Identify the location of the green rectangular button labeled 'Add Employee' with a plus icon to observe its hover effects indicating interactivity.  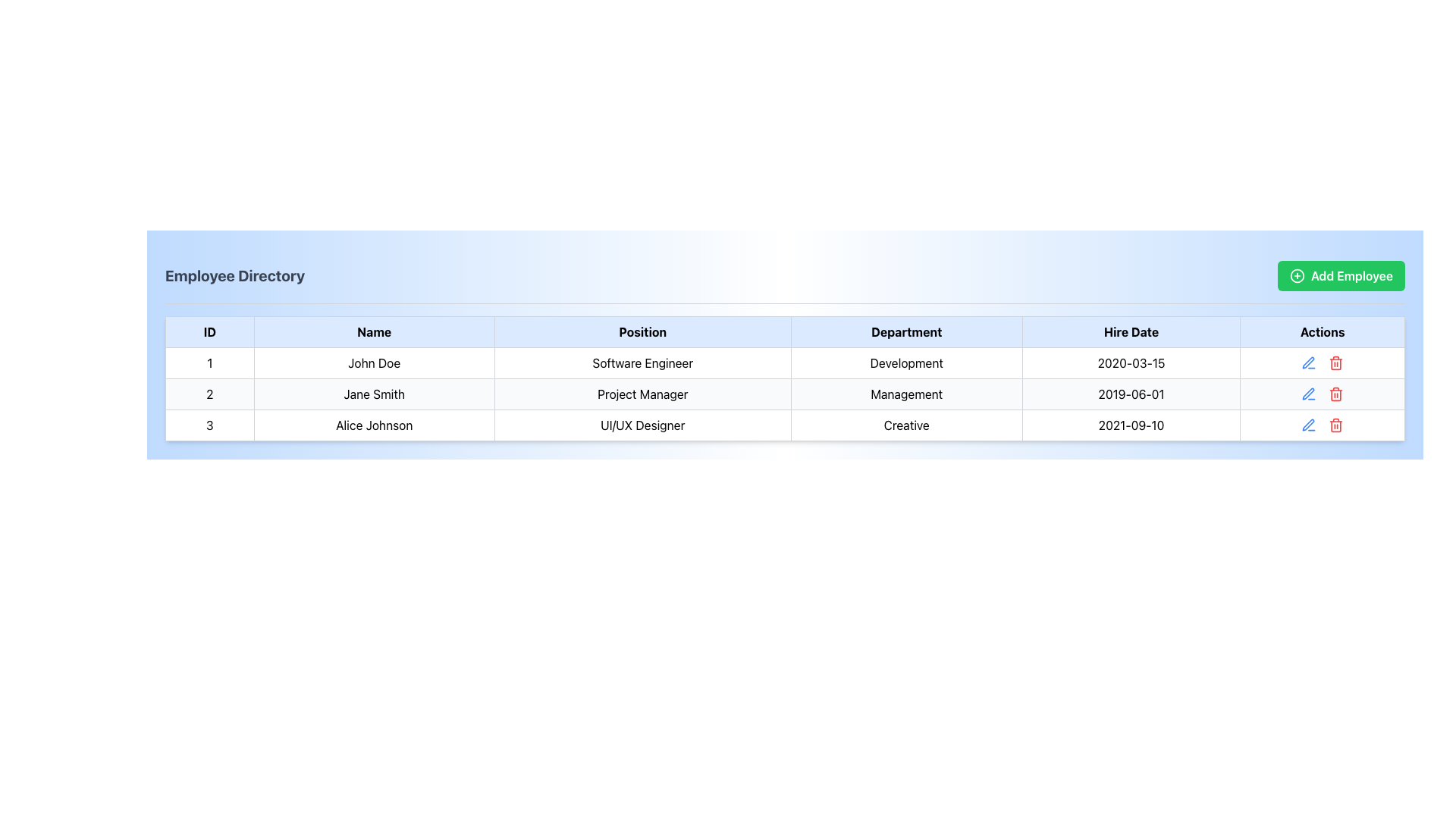
(1341, 275).